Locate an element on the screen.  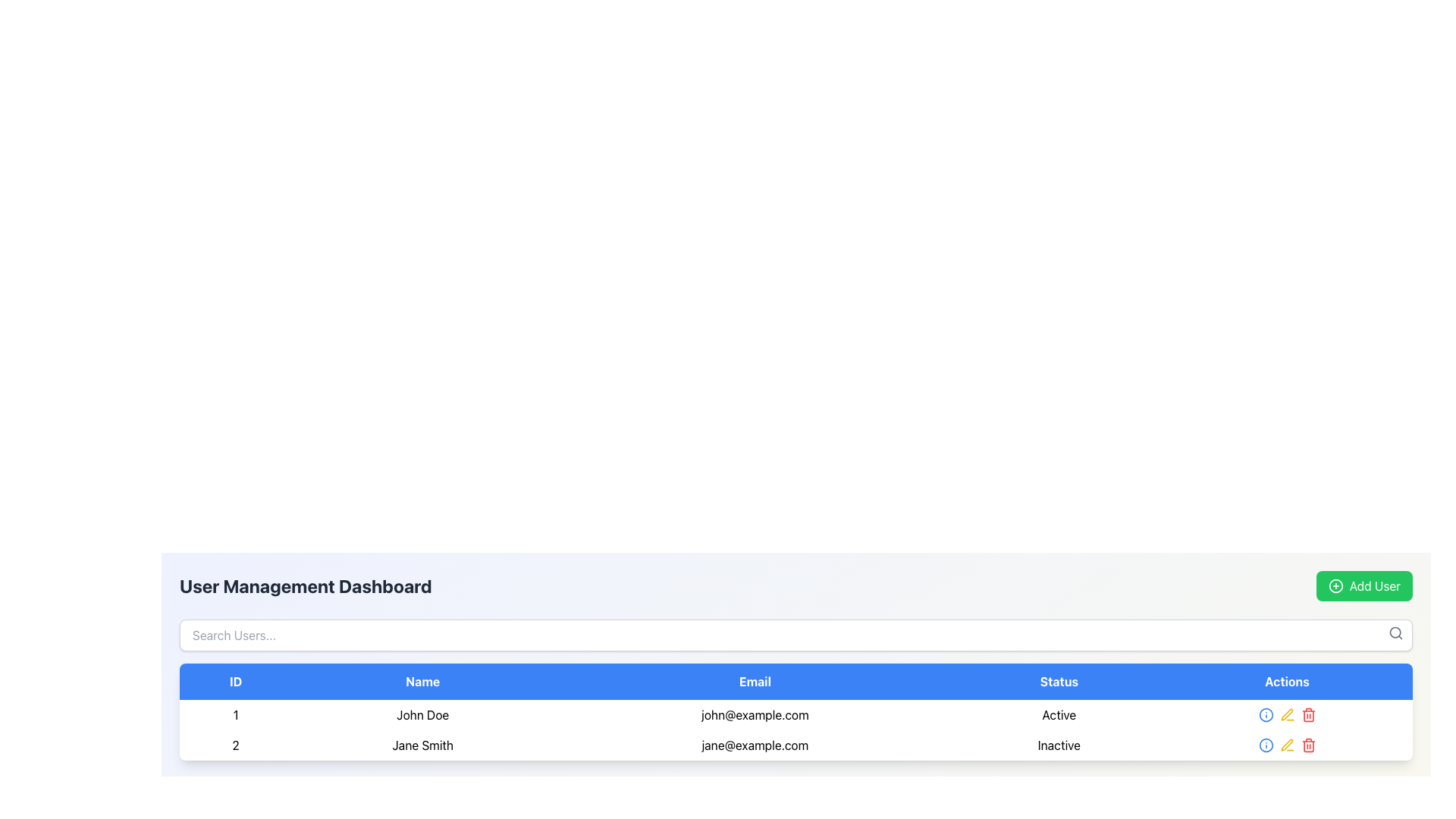
circular SVG graphic located in the 'Actions' column of the table corresponding to the user 'John Doe'. This graphic serves as an interactive element representing an informational or secondary action is located at coordinates (1266, 745).